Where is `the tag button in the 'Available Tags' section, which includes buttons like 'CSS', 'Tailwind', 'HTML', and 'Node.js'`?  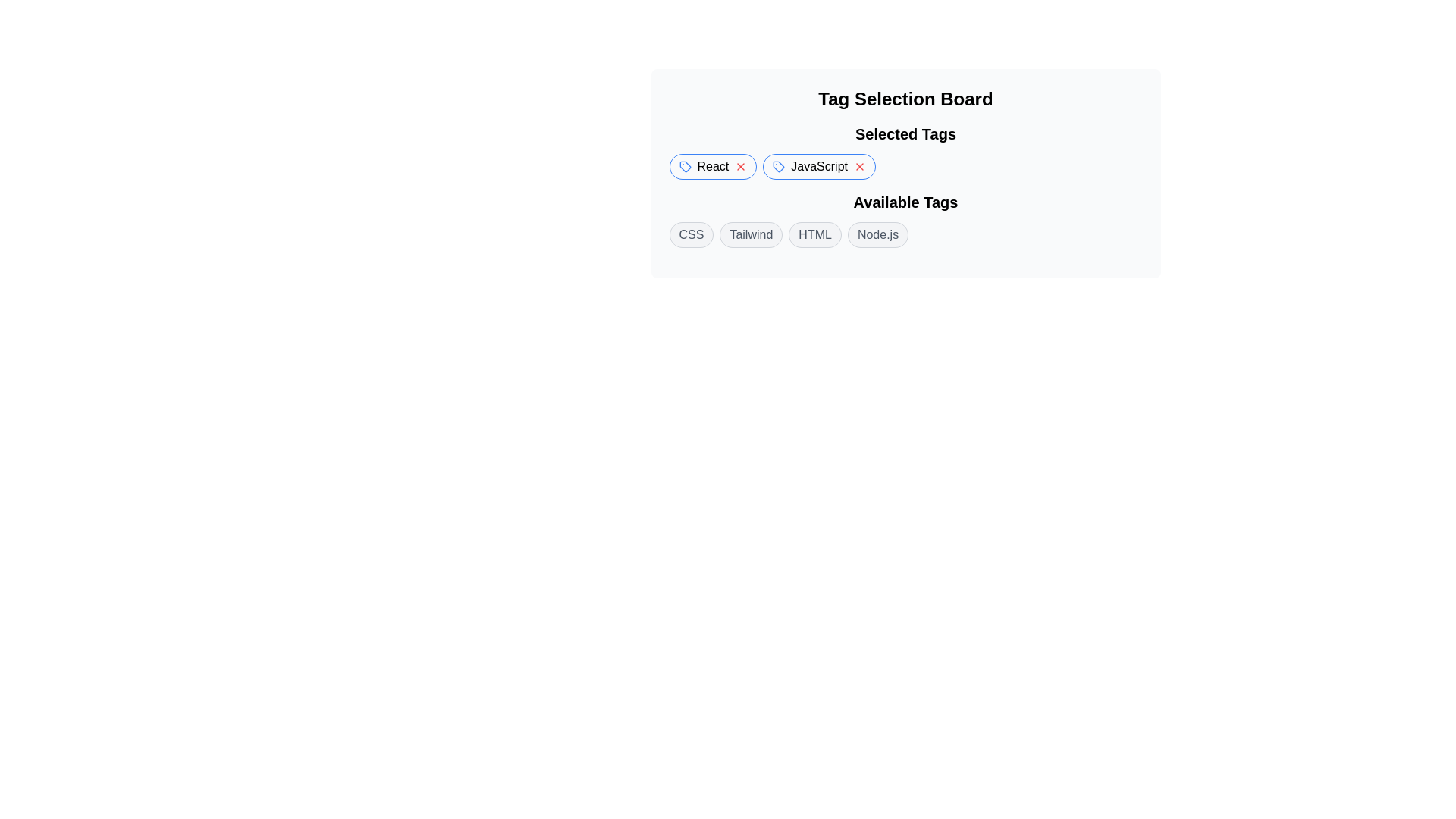 the tag button in the 'Available Tags' section, which includes buttons like 'CSS', 'Tailwind', 'HTML', and 'Node.js' is located at coordinates (905, 219).